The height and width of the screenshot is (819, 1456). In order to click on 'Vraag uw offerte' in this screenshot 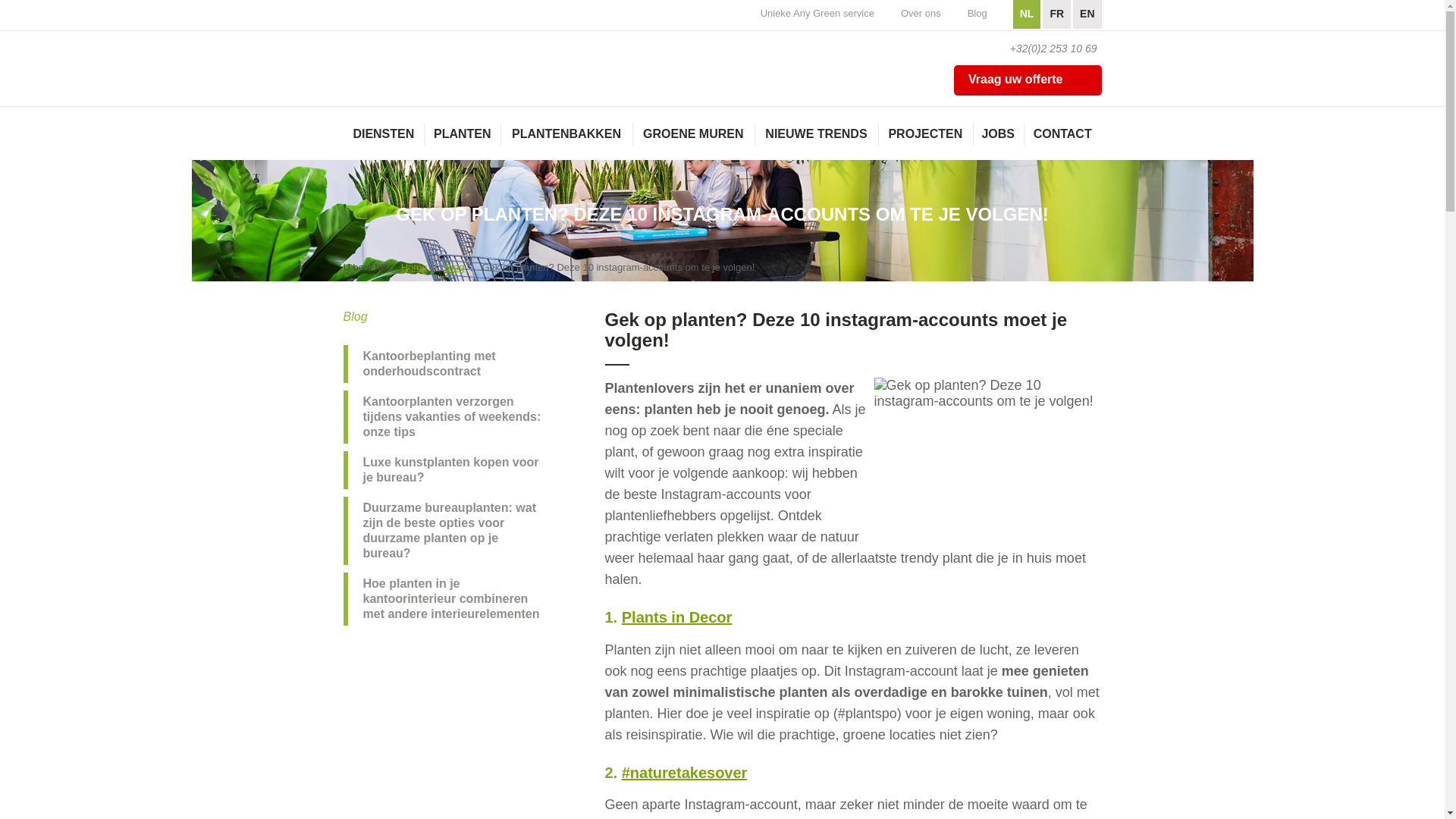, I will do `click(1027, 80)`.